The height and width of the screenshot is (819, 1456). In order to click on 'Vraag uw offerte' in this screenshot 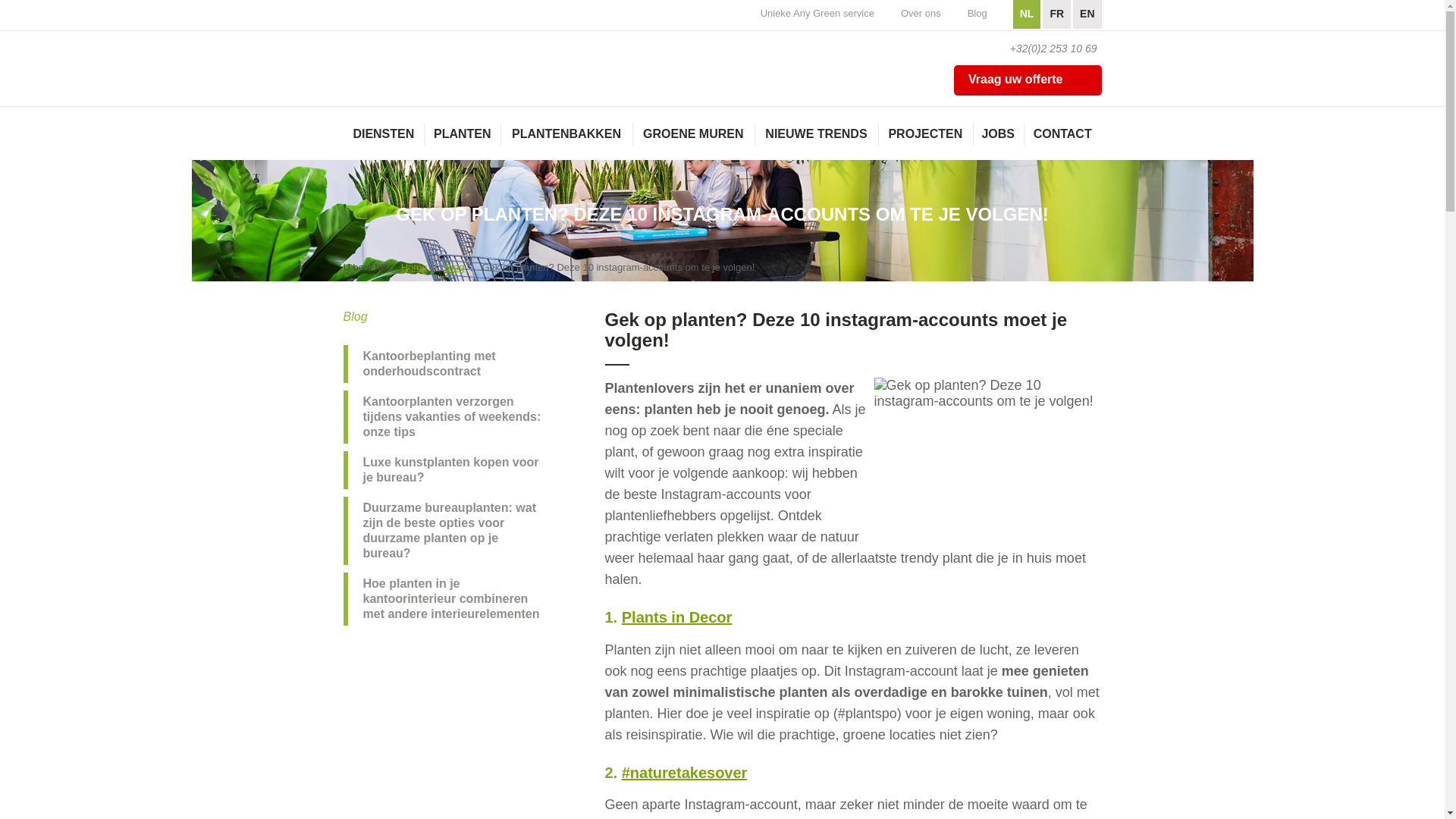, I will do `click(1027, 80)`.